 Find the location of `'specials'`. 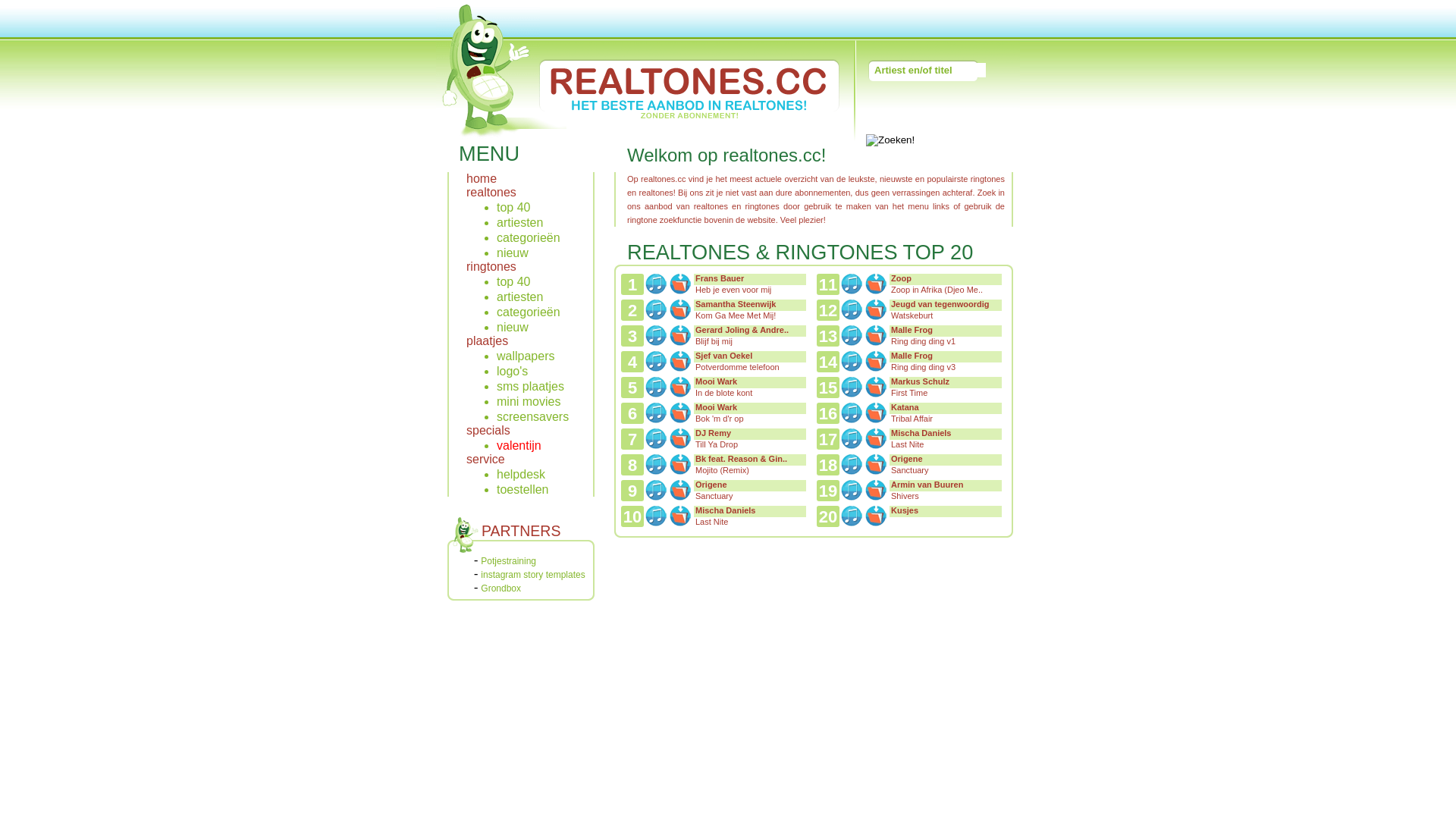

'specials' is located at coordinates (488, 430).